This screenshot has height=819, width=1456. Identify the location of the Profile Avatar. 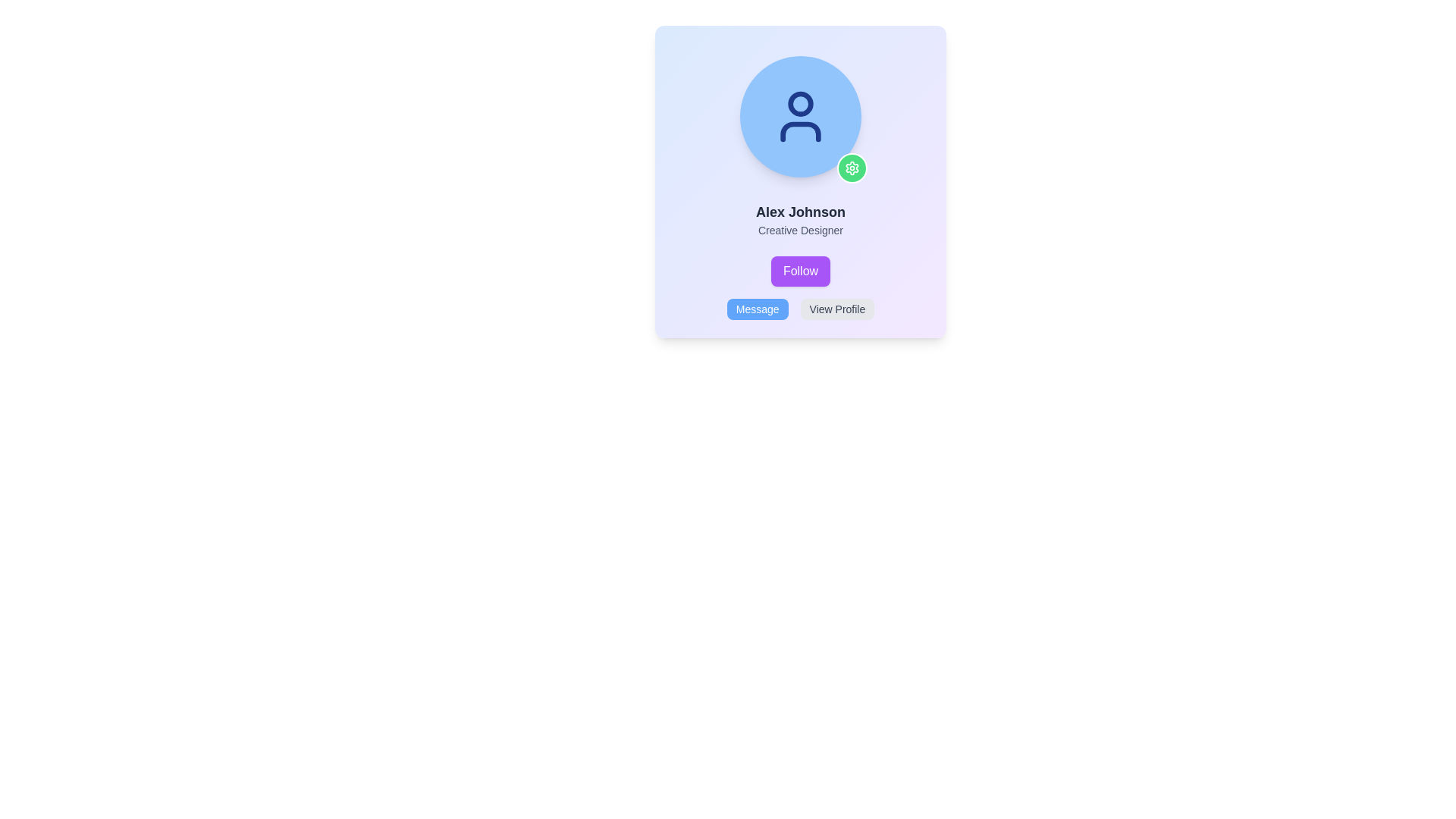
(800, 116).